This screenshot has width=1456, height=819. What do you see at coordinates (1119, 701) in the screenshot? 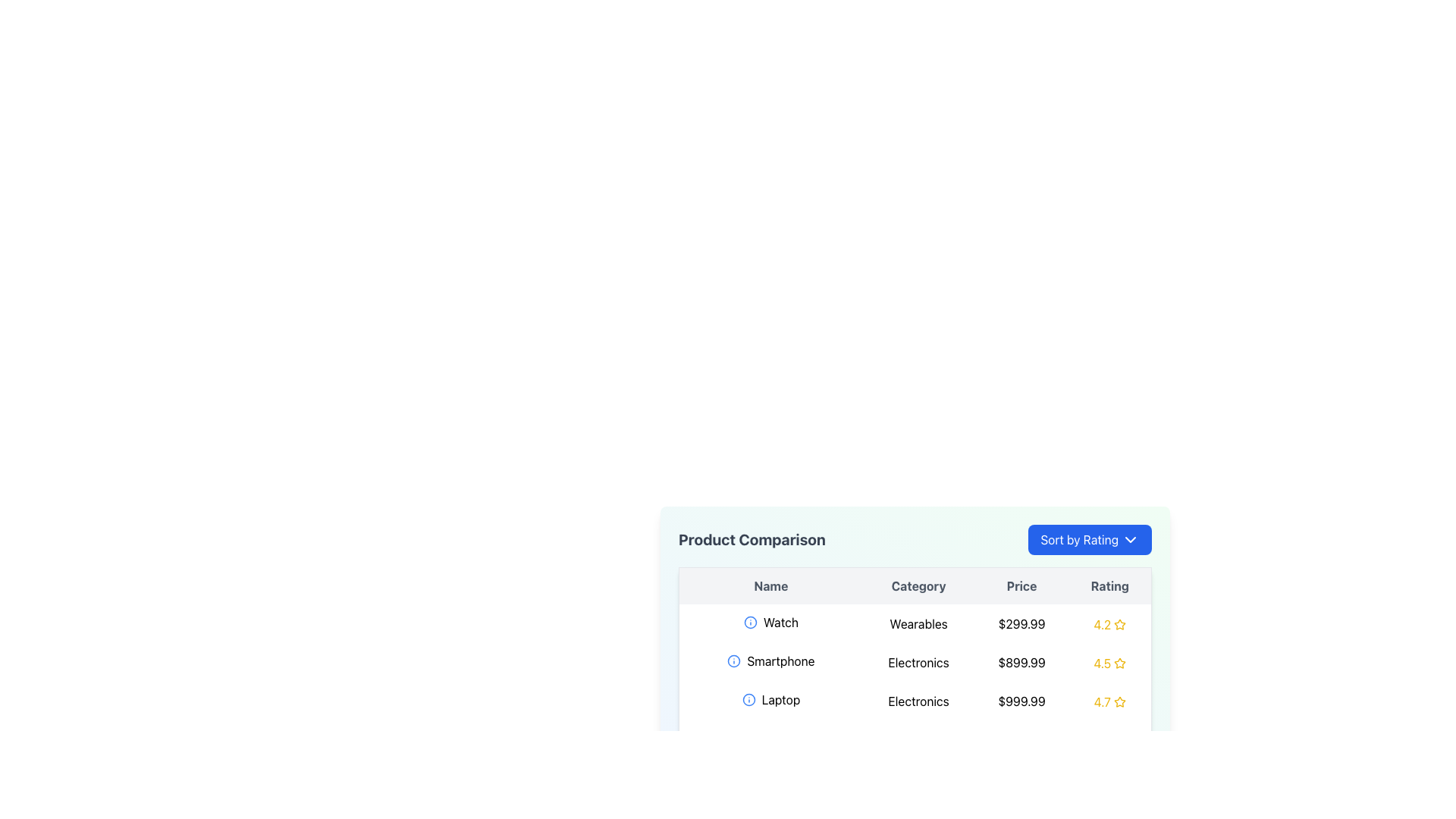
I see `the Rating Indicator Icon located in the last row of the 'Rating' column next to the numerical rating '4.7' for the 'Laptop' product` at bounding box center [1119, 701].